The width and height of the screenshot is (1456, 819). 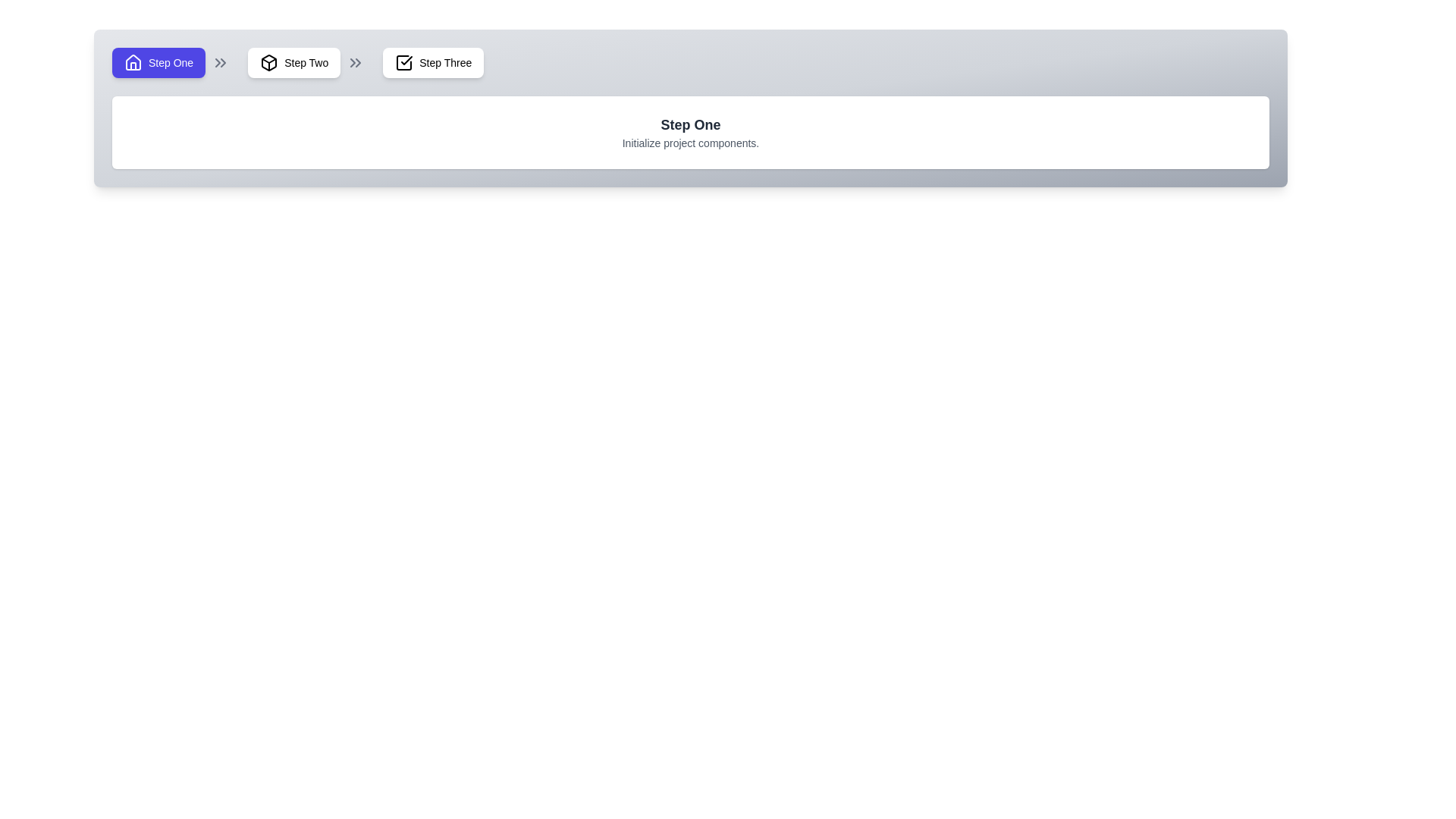 What do you see at coordinates (222, 62) in the screenshot?
I see `the second chevron-style rightward arrow in the top navigation bar to possibly trigger navigation or an action` at bounding box center [222, 62].